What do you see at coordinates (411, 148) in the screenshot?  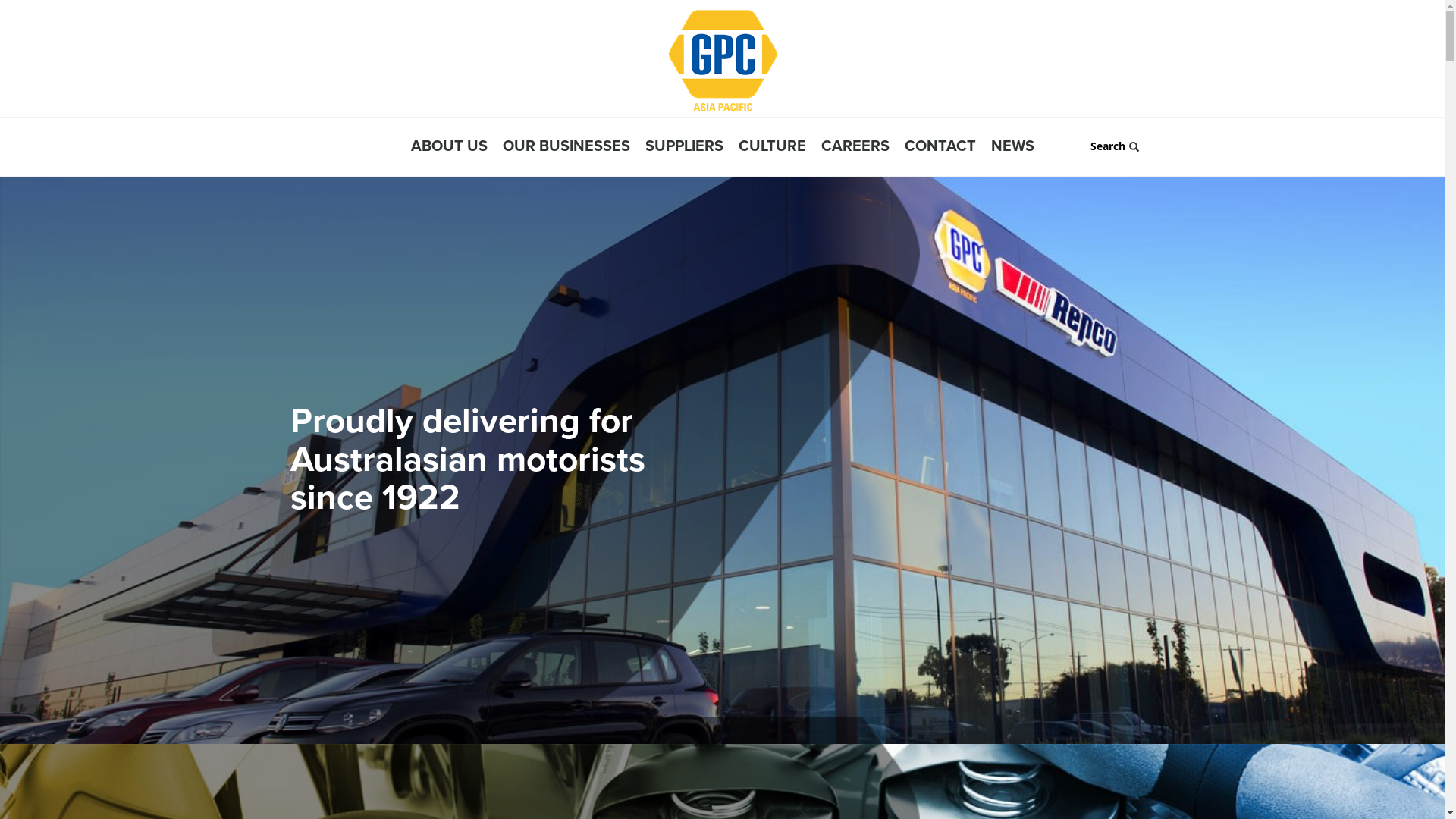 I see `'ABOUT US'` at bounding box center [411, 148].